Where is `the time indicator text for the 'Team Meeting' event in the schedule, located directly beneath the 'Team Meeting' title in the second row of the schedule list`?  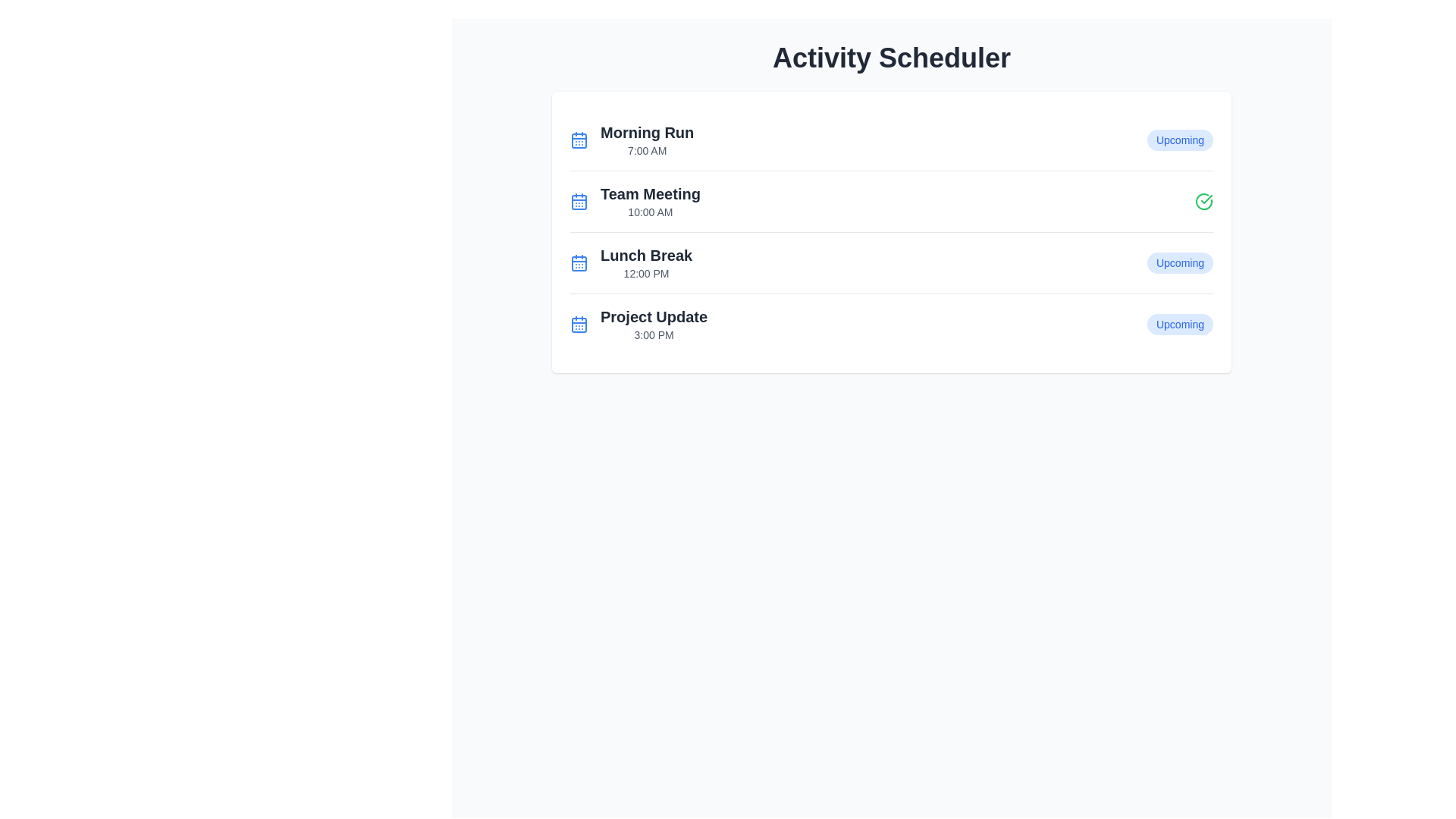 the time indicator text for the 'Team Meeting' event in the schedule, located directly beneath the 'Team Meeting' title in the second row of the schedule list is located at coordinates (650, 212).